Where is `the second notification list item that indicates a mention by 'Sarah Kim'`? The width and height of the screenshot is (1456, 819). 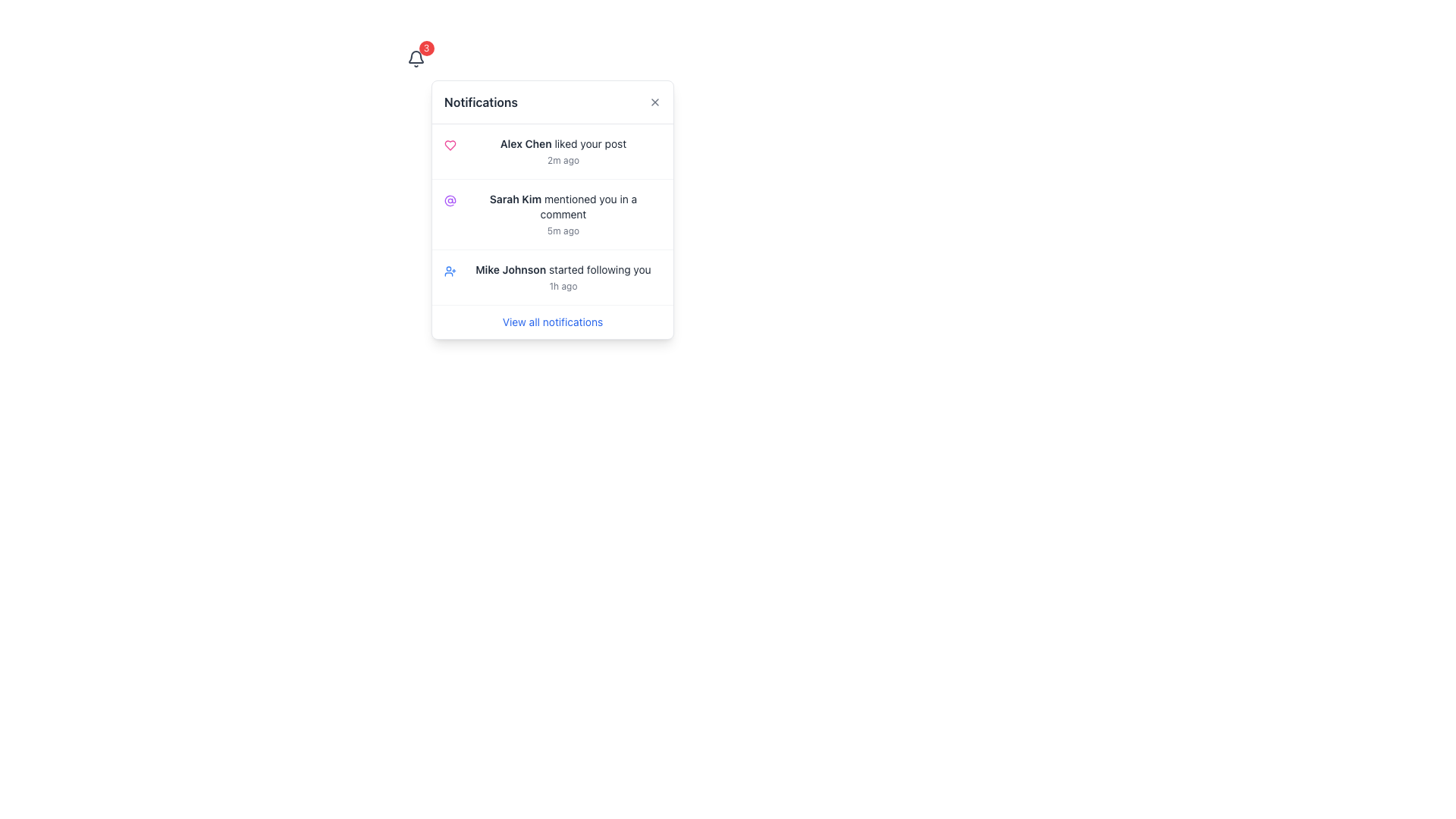
the second notification list item that indicates a mention by 'Sarah Kim' is located at coordinates (552, 214).